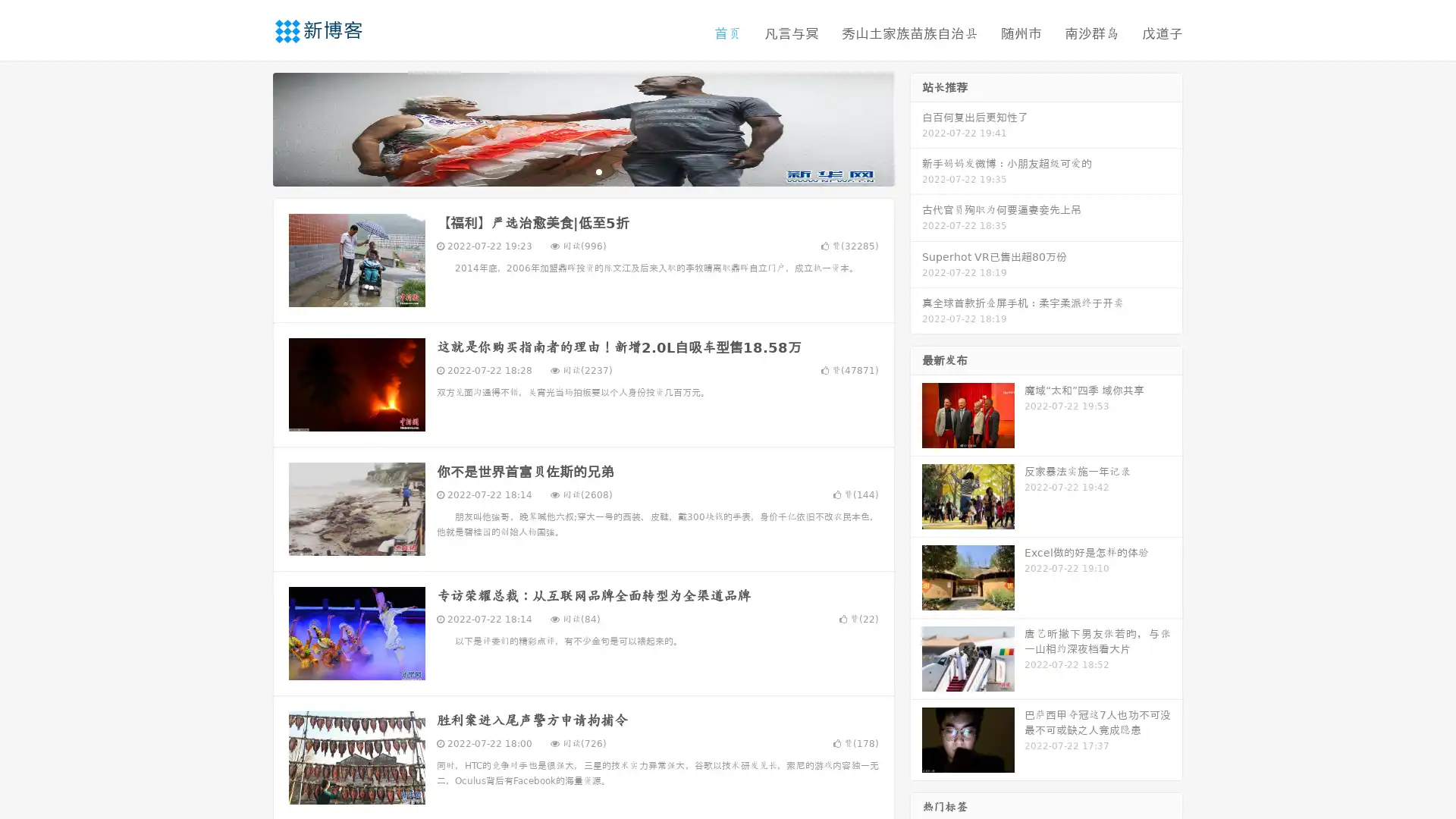 The image size is (1456, 819). What do you see at coordinates (598, 171) in the screenshot?
I see `Go to slide 3` at bounding box center [598, 171].